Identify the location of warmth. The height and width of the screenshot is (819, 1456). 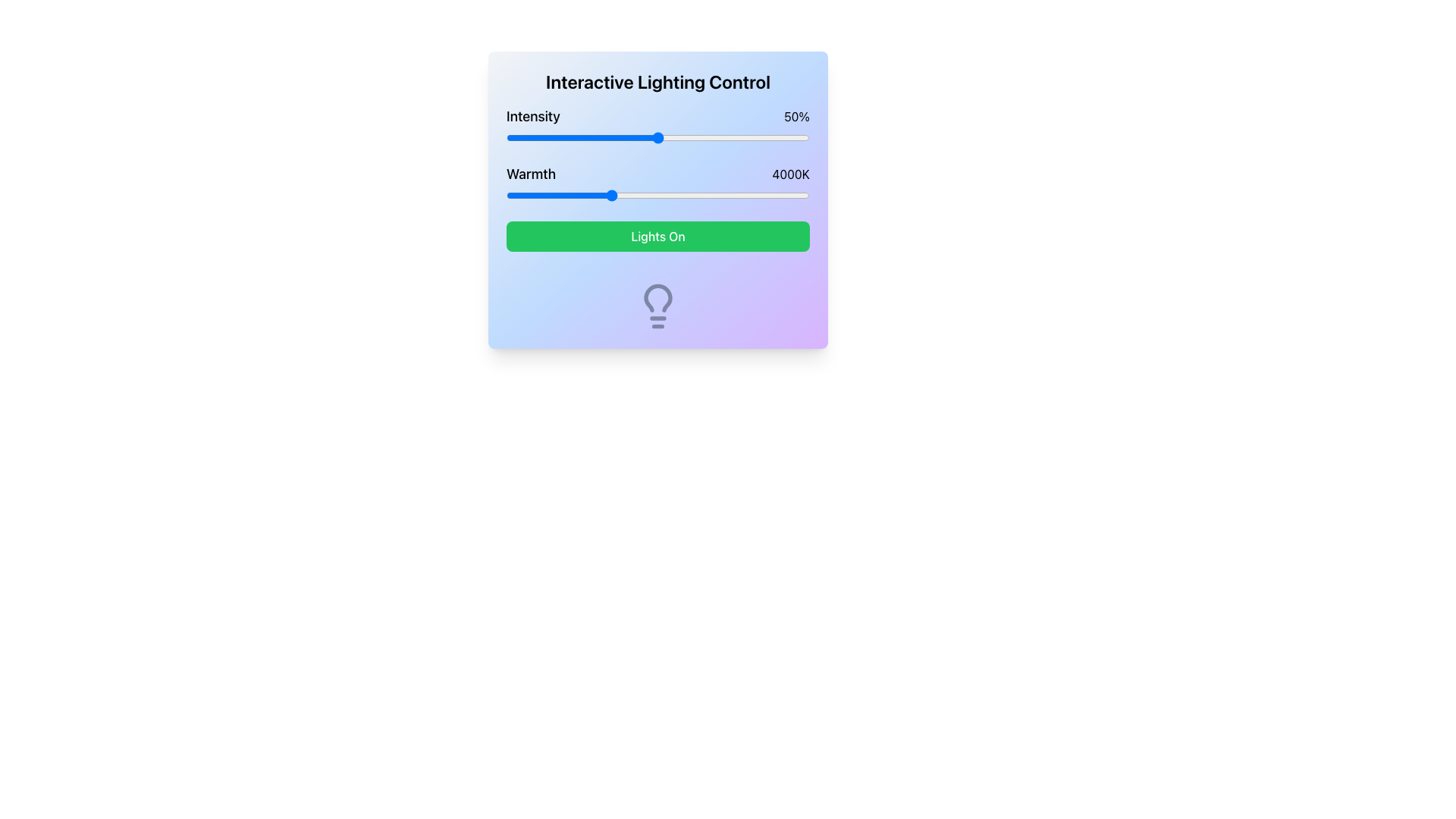
(605, 195).